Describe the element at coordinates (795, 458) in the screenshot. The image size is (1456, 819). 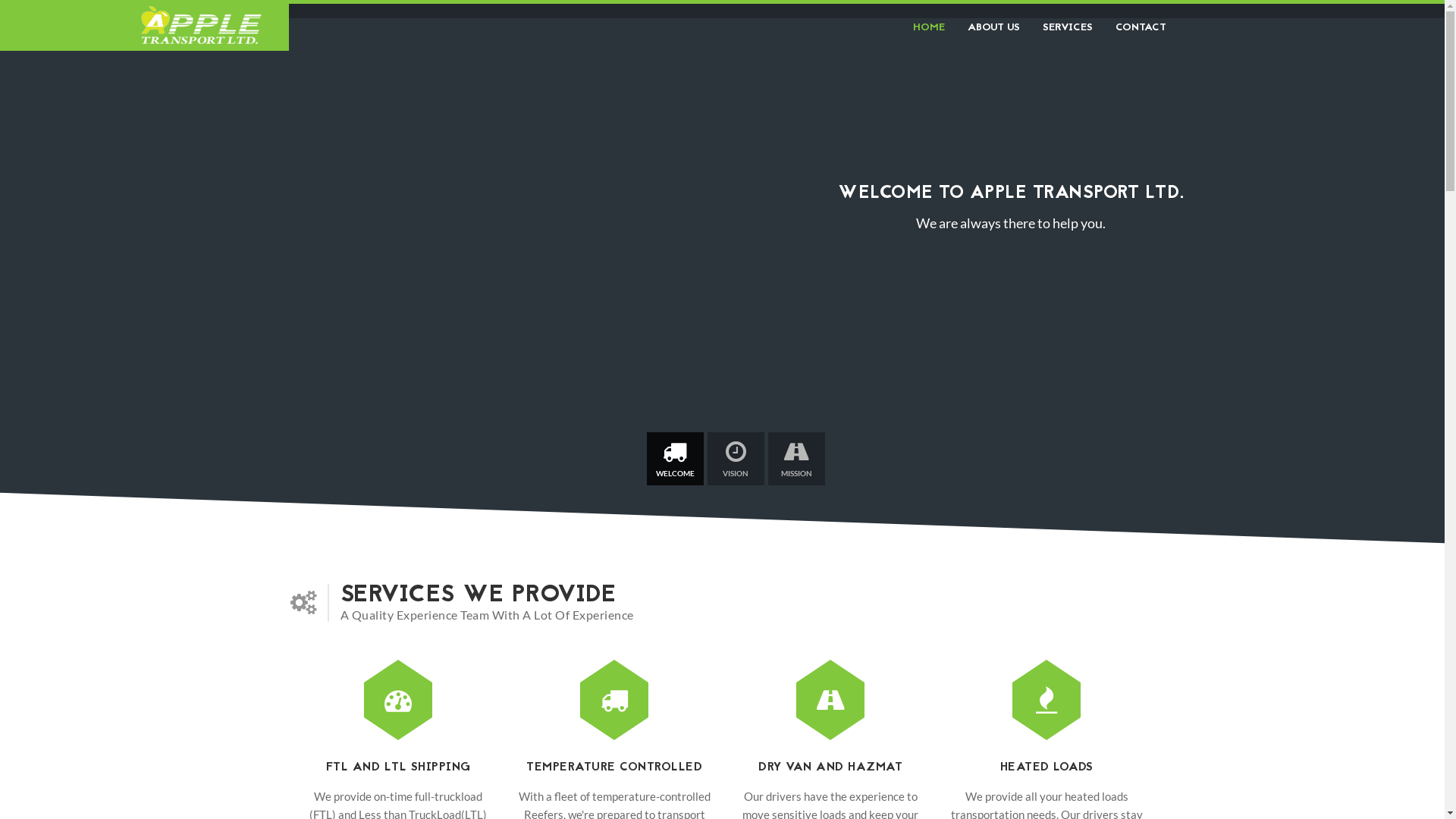
I see `'MISSION'` at that location.